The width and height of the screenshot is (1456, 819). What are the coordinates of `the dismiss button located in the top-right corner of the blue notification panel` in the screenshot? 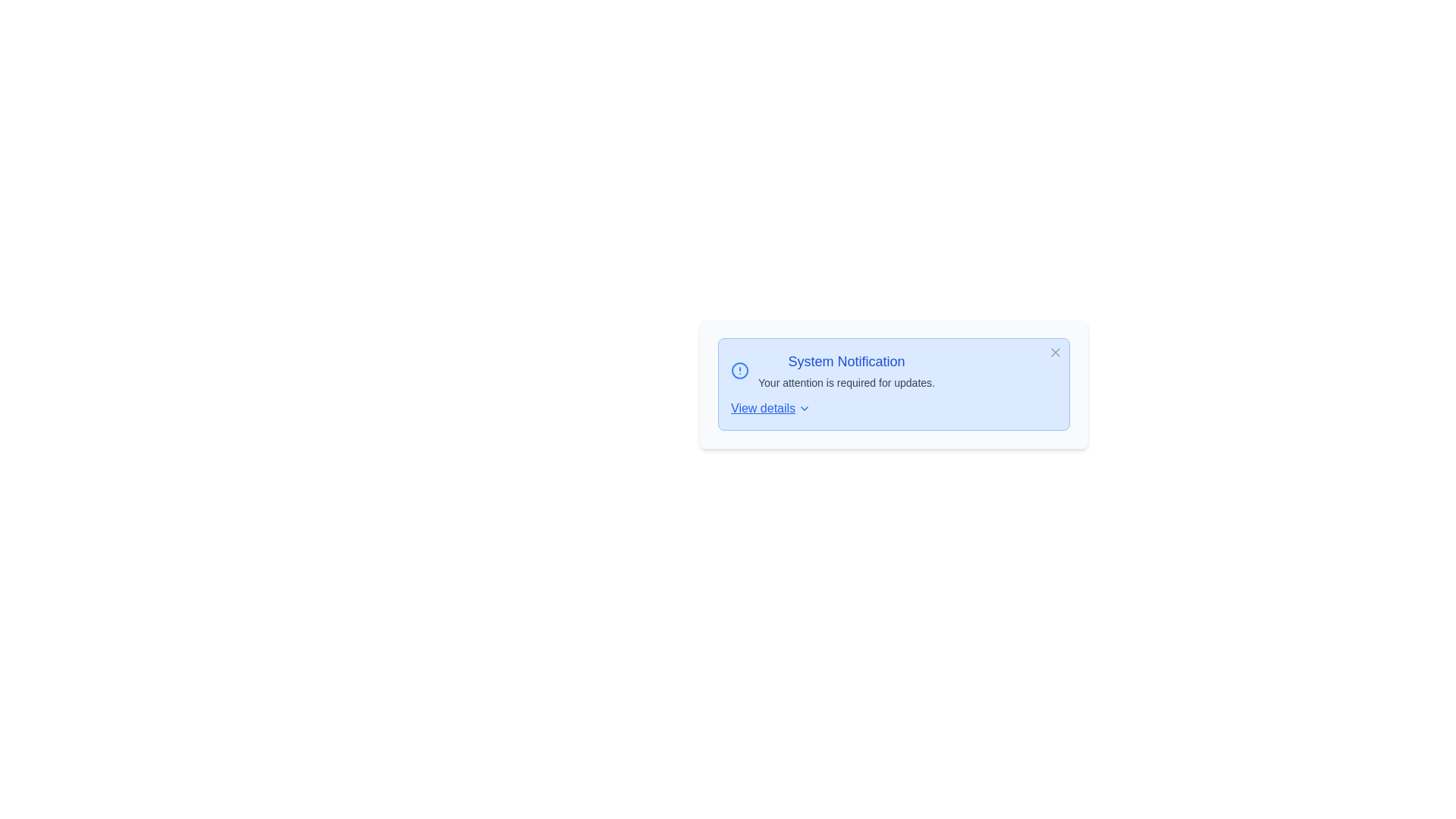 It's located at (1055, 353).